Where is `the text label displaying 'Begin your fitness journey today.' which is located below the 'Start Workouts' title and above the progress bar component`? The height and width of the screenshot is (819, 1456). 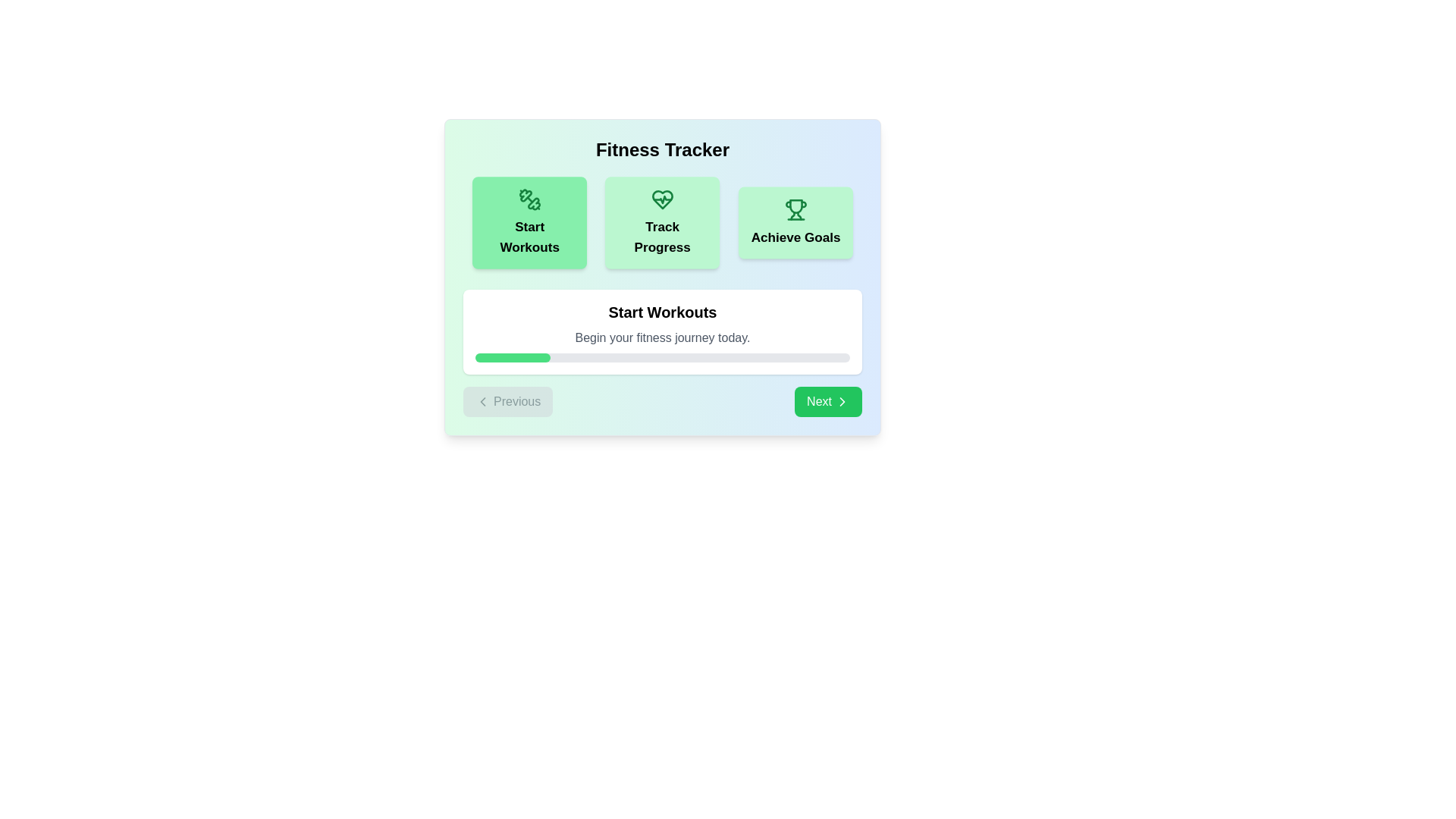
the text label displaying 'Begin your fitness journey today.' which is located below the 'Start Workouts' title and above the progress bar component is located at coordinates (662, 337).